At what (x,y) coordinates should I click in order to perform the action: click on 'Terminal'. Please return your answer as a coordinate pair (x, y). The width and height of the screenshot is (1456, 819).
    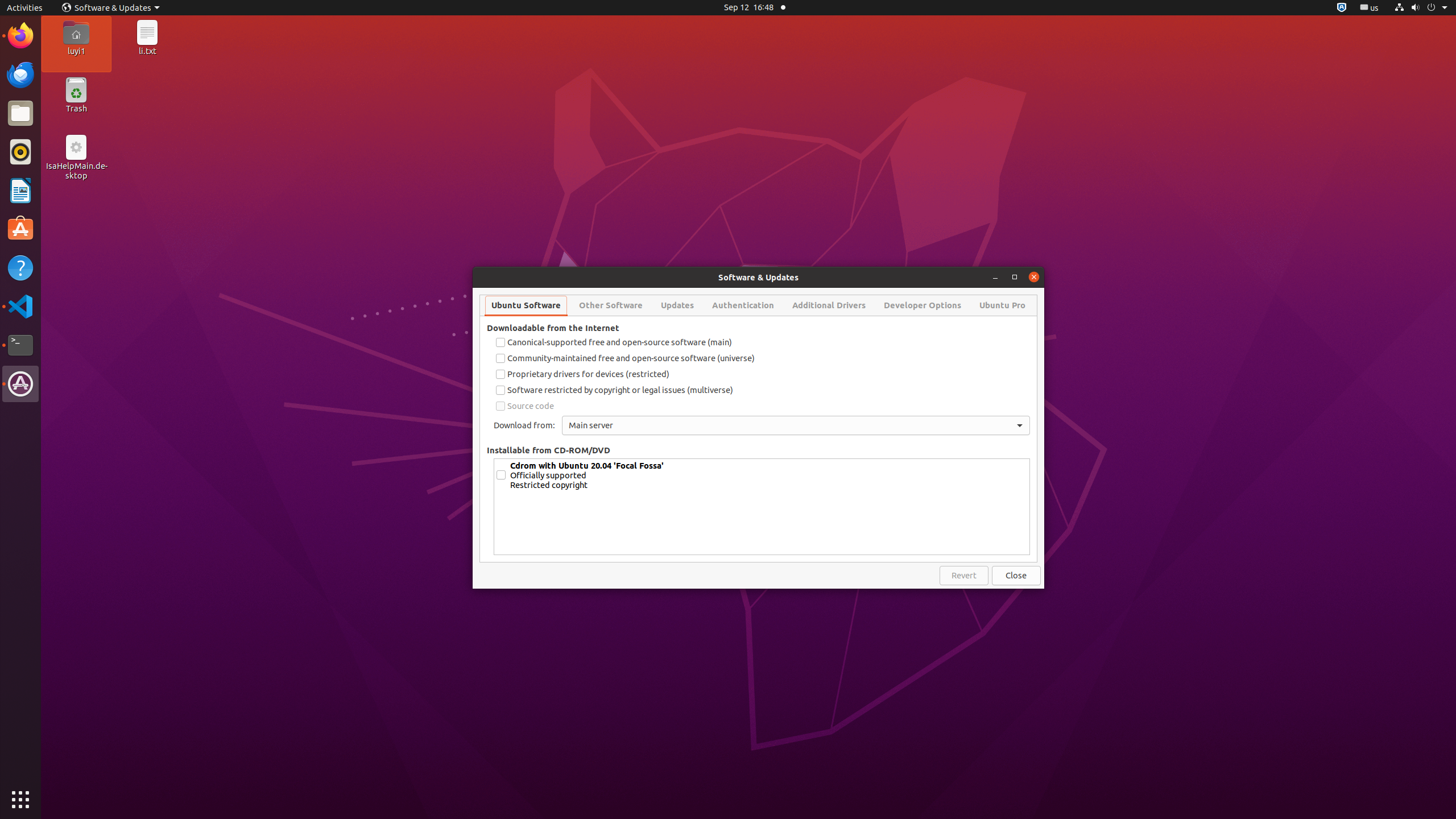
    Looking at the image, I should click on (20, 344).